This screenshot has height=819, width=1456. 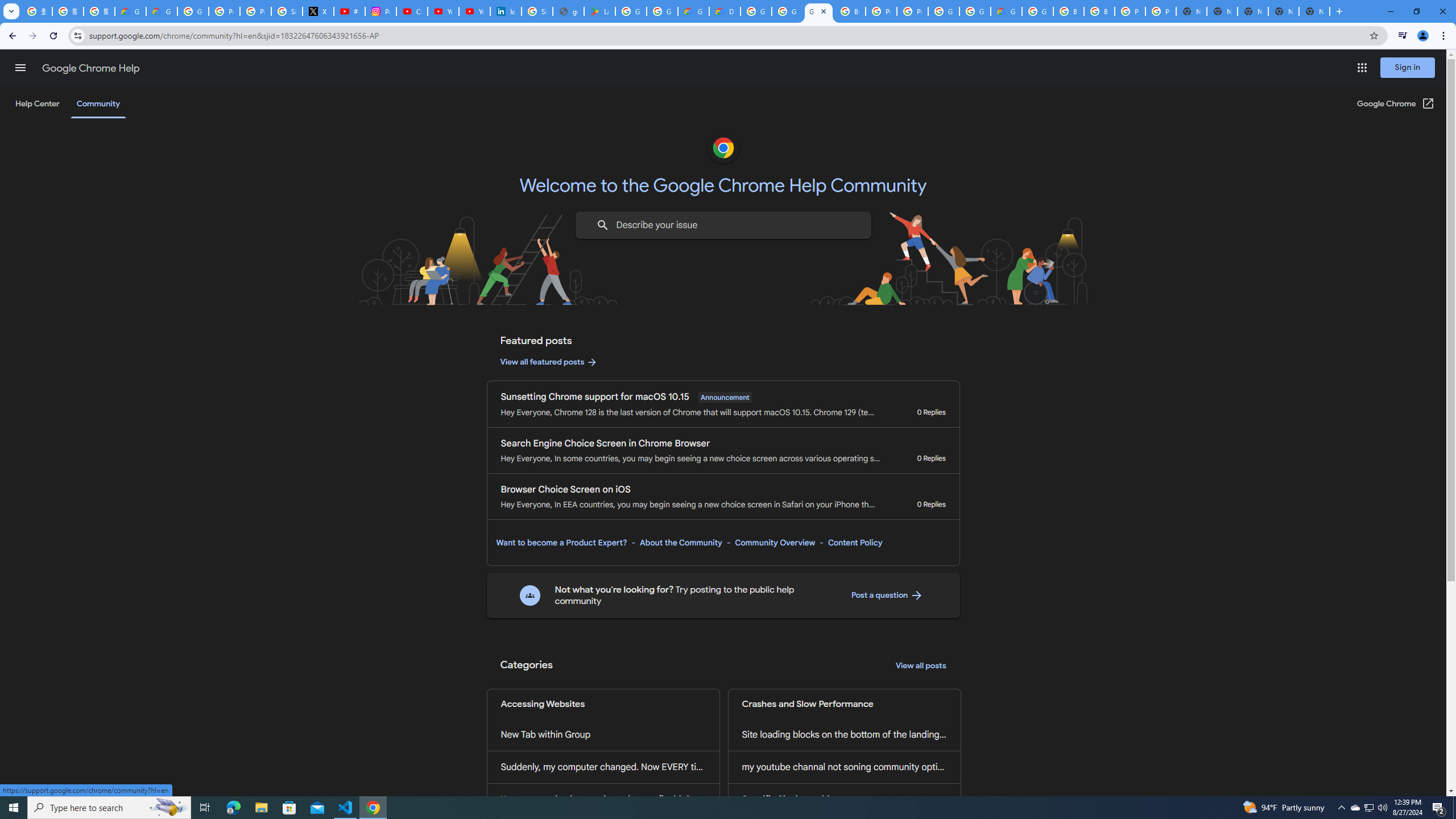 What do you see at coordinates (349, 11) in the screenshot?
I see `'#nbabasketballhighlights - YouTube'` at bounding box center [349, 11].